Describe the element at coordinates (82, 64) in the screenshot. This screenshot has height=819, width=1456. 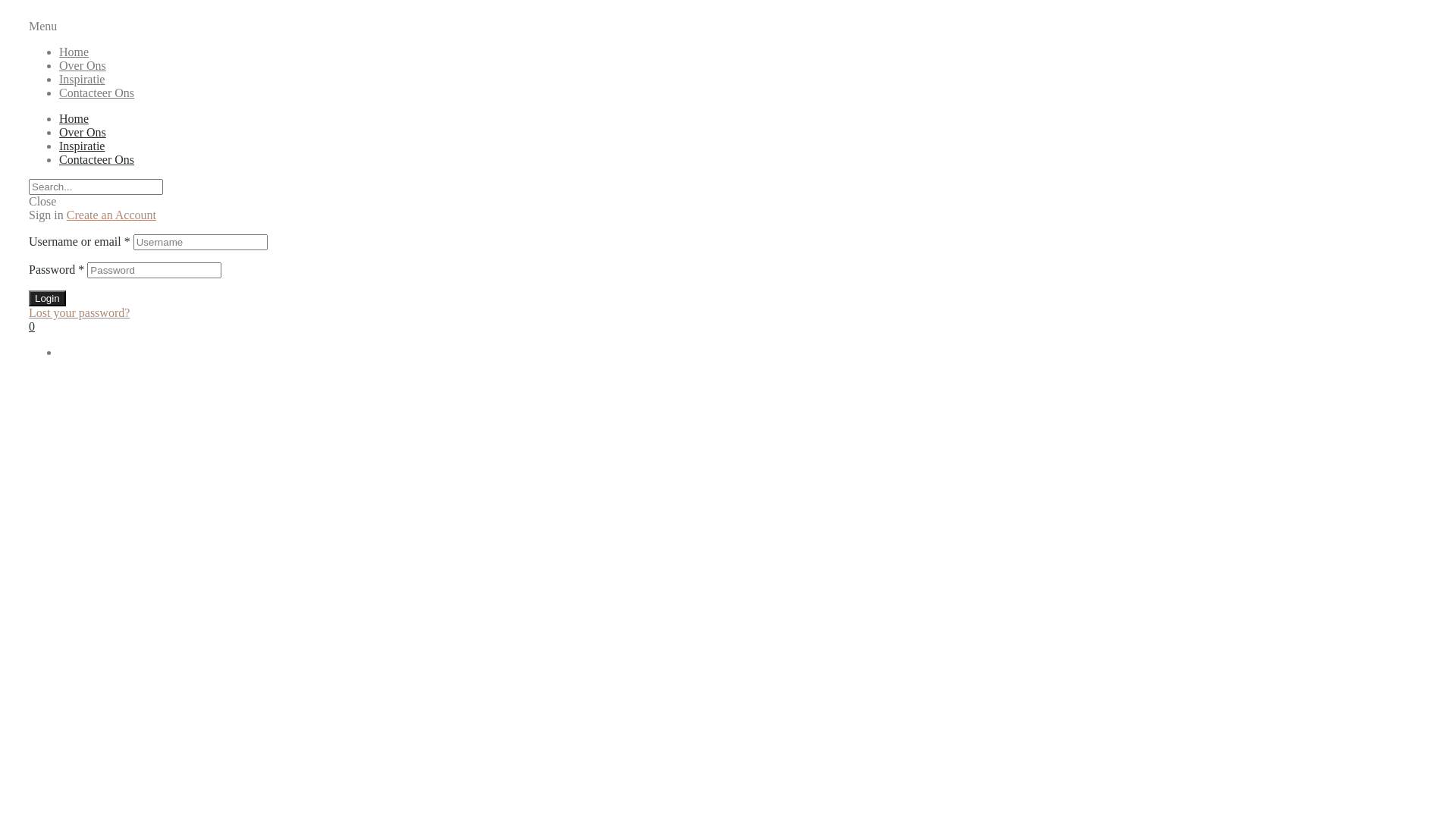
I see `'Over Ons'` at that location.